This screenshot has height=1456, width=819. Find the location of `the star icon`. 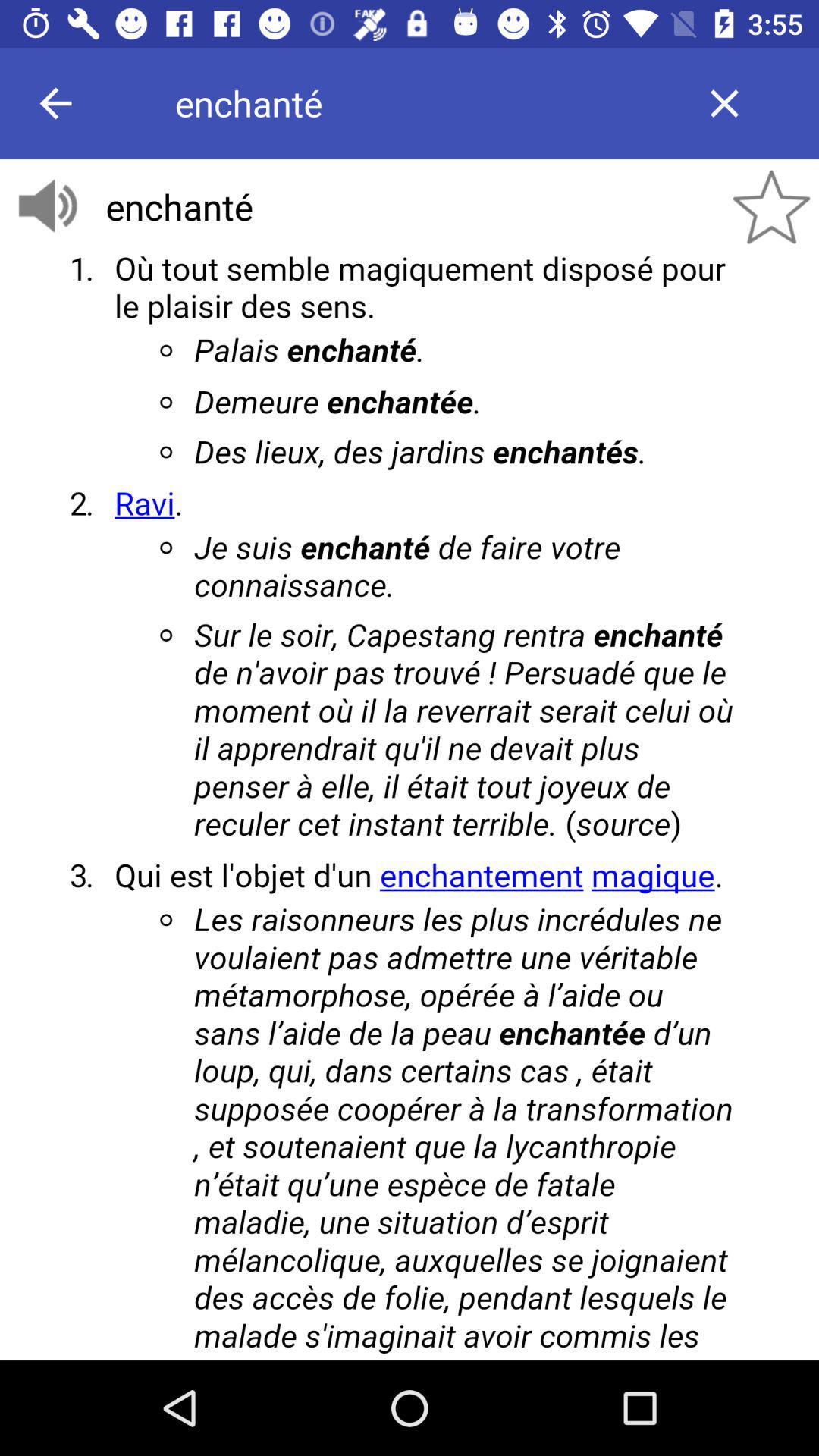

the star icon is located at coordinates (771, 206).